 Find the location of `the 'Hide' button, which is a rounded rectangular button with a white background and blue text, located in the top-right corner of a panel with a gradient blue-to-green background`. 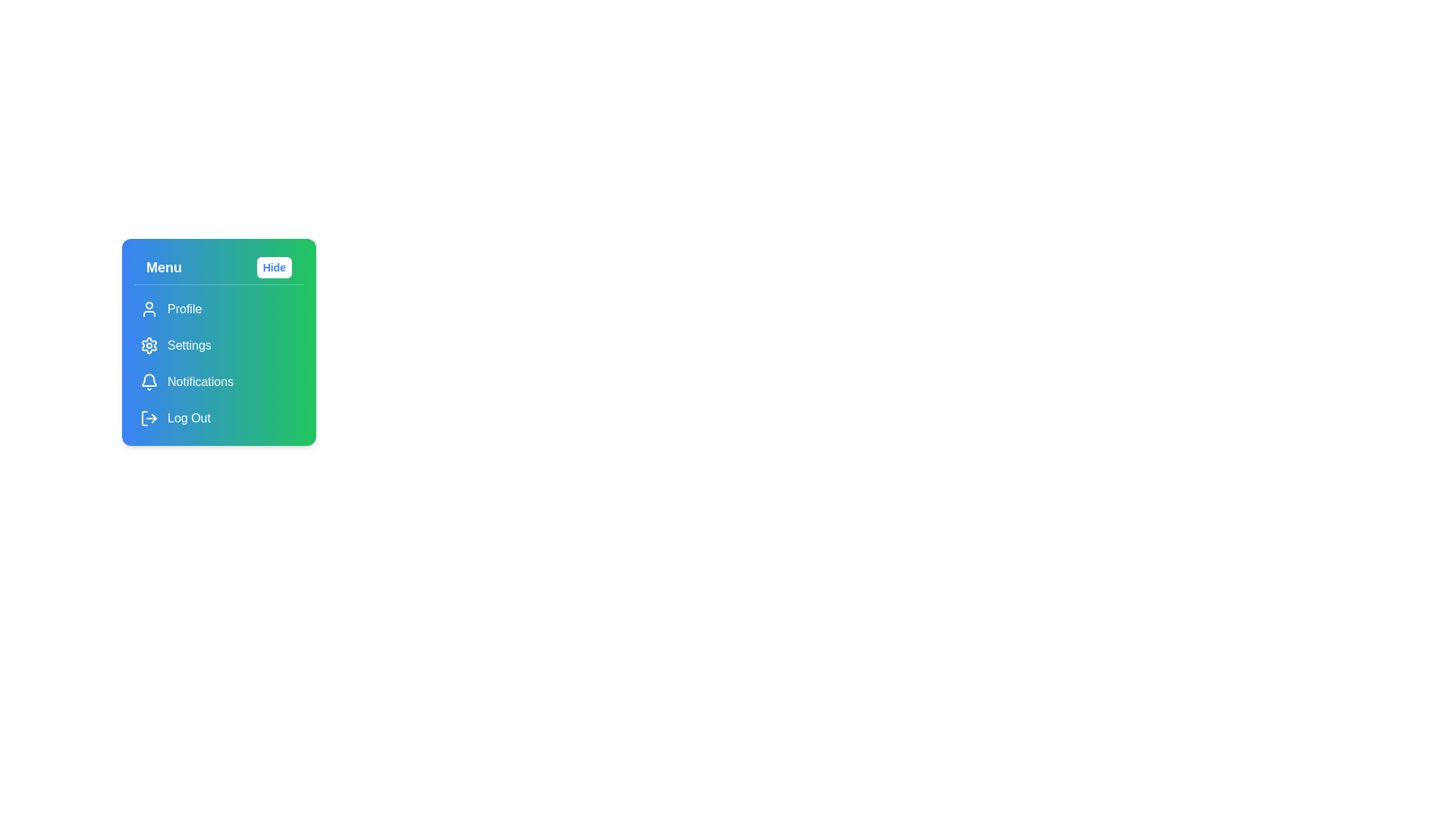

the 'Hide' button, which is a rounded rectangular button with a white background and blue text, located in the top-right corner of a panel with a gradient blue-to-green background is located at coordinates (274, 267).